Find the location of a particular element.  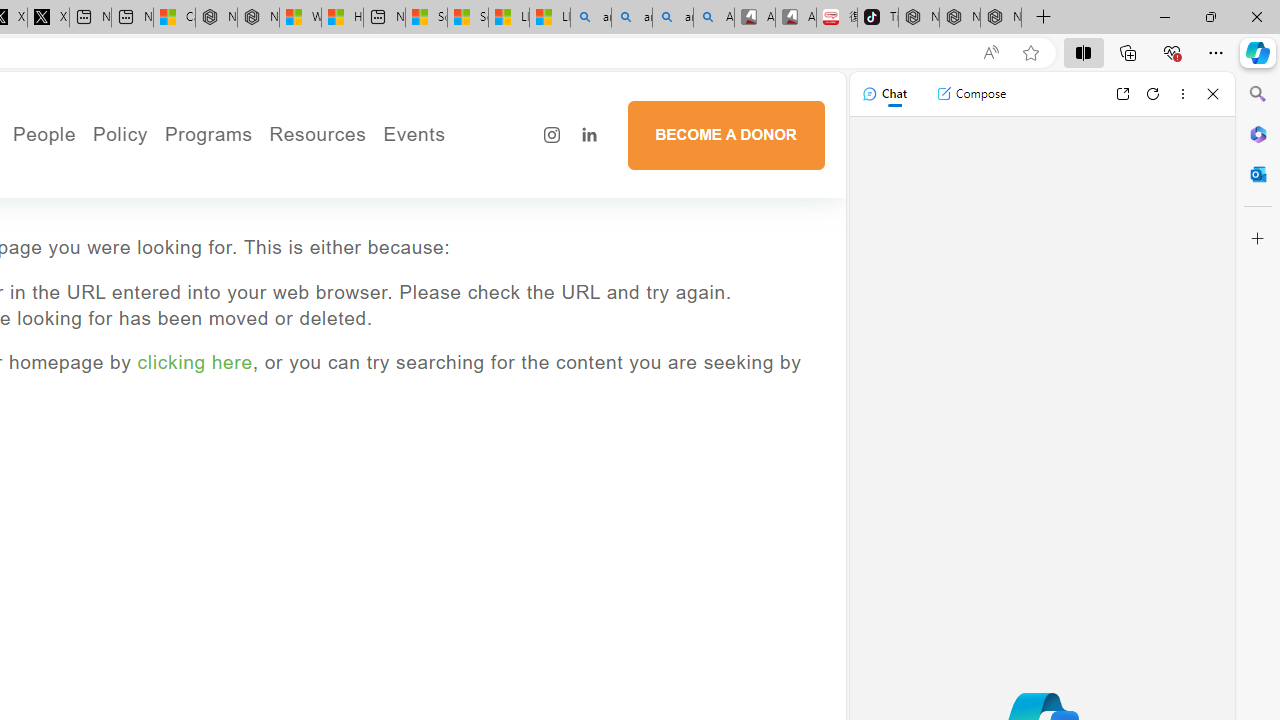

'Huge shark washes ashore at New York City beach | Watch' is located at coordinates (343, 17).